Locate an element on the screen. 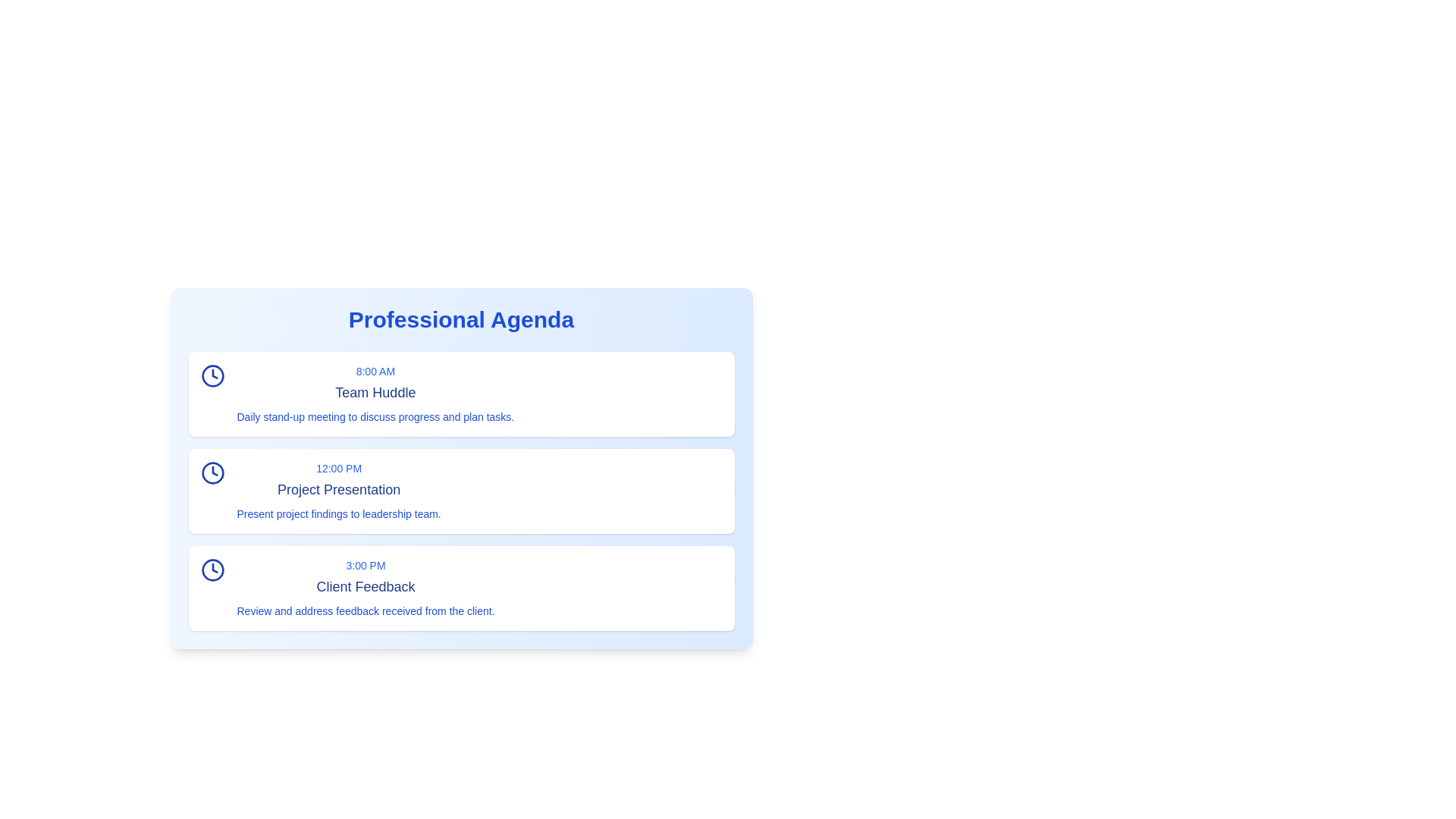  the 'Team Huddle' text label, which is styled with a bold font and blue color, positioned below the timestamp '8:00 AM' and above the description of the agenda item is located at coordinates (375, 391).